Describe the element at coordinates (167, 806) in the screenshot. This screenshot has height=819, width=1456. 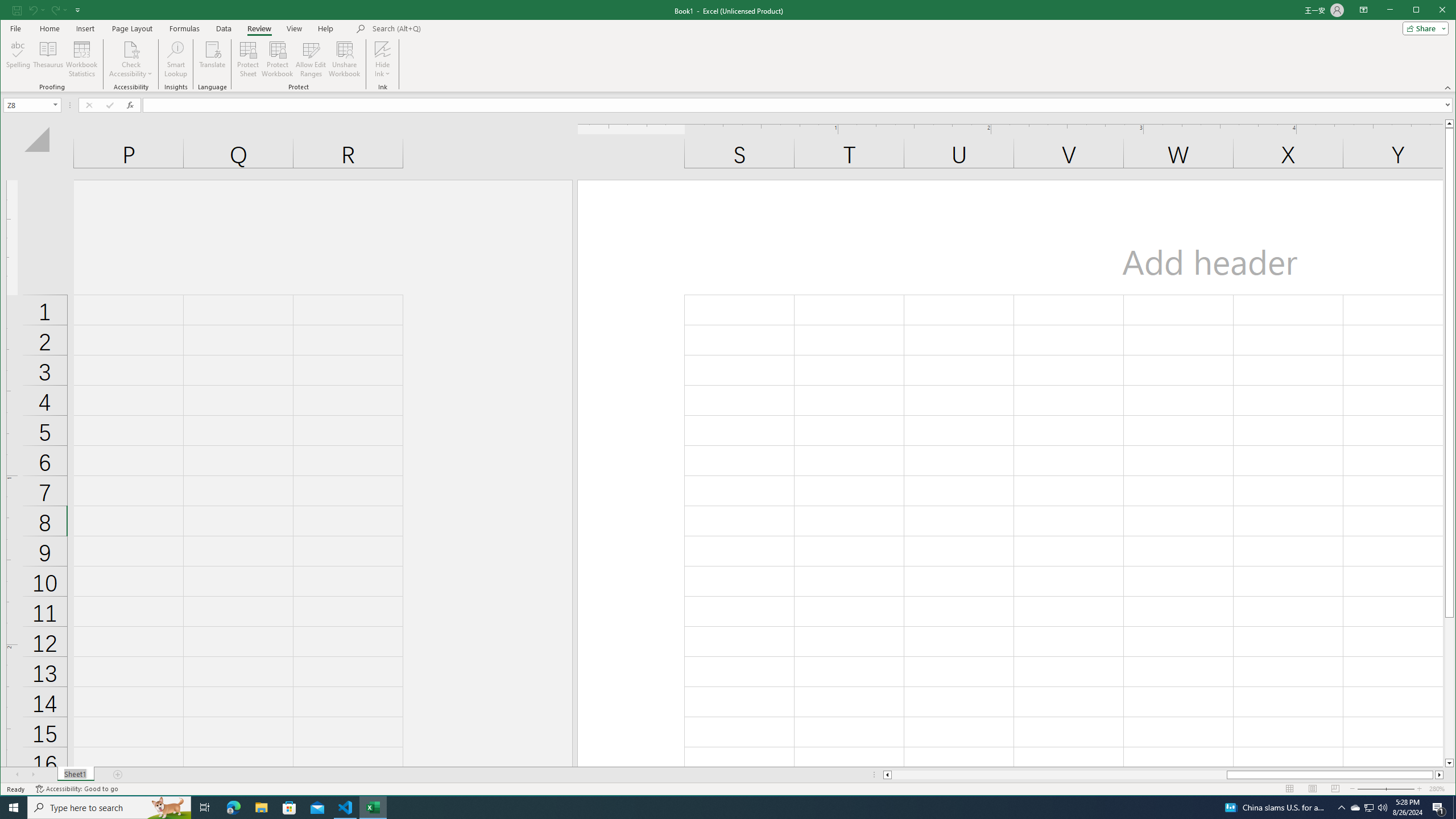
I see `'Search highlights icon opens search home window'` at that location.